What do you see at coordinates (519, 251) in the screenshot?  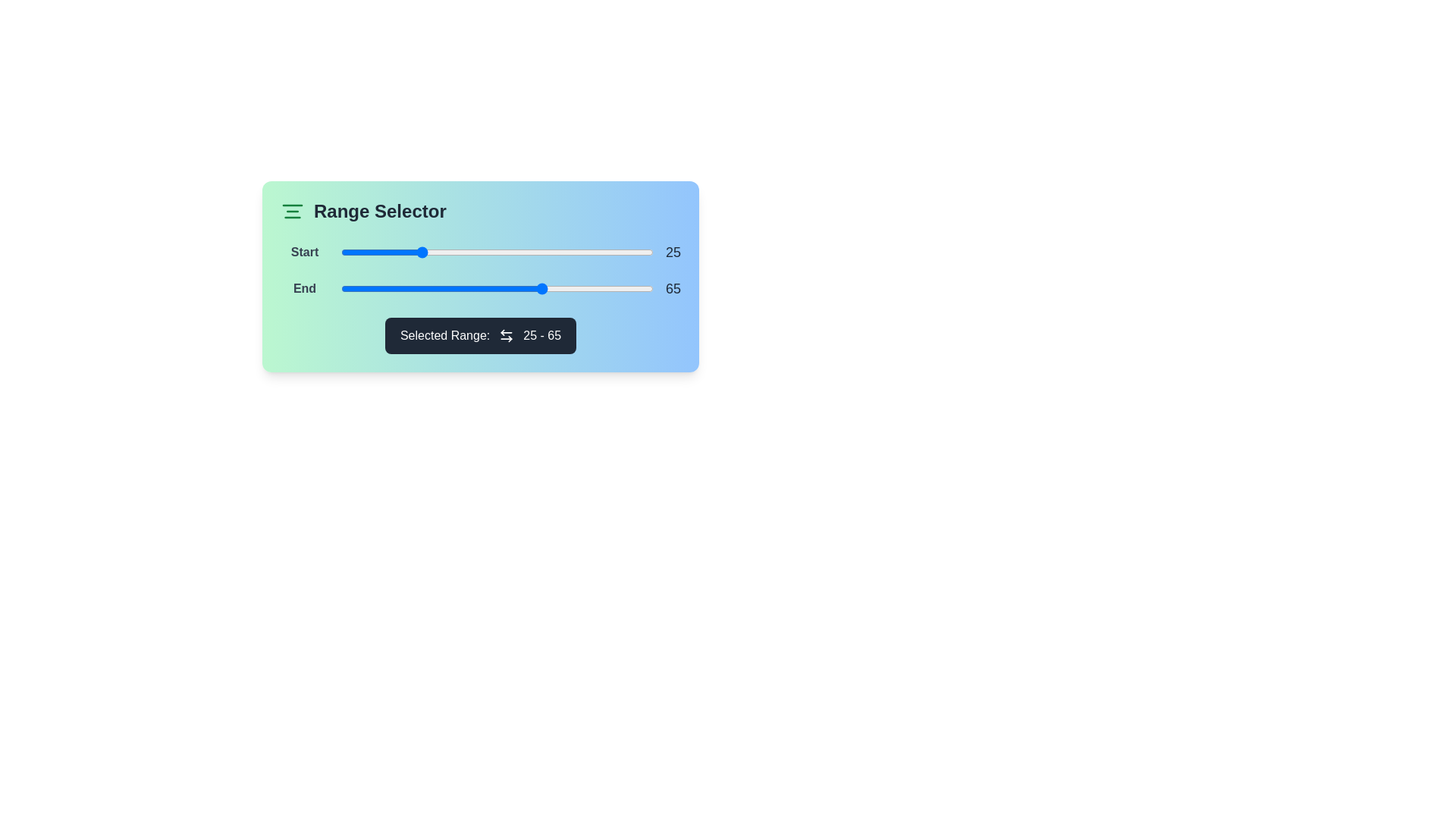 I see `the slider to set the value to 57` at bounding box center [519, 251].